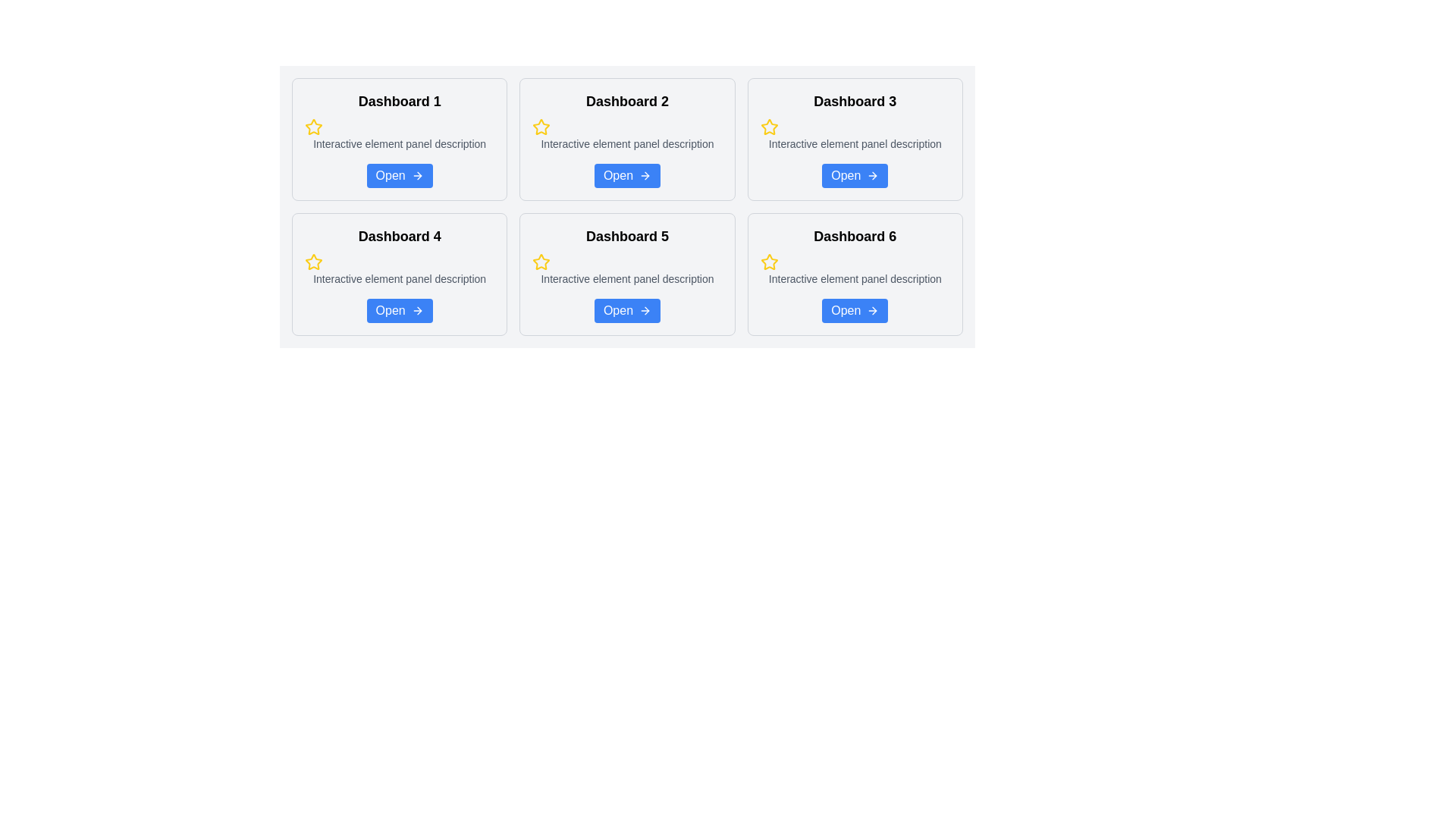  What do you see at coordinates (769, 127) in the screenshot?
I see `the star-shaped icon outlined in yellow, which is located to the left of the text 'Dashboard 3' in the third card of the top row` at bounding box center [769, 127].